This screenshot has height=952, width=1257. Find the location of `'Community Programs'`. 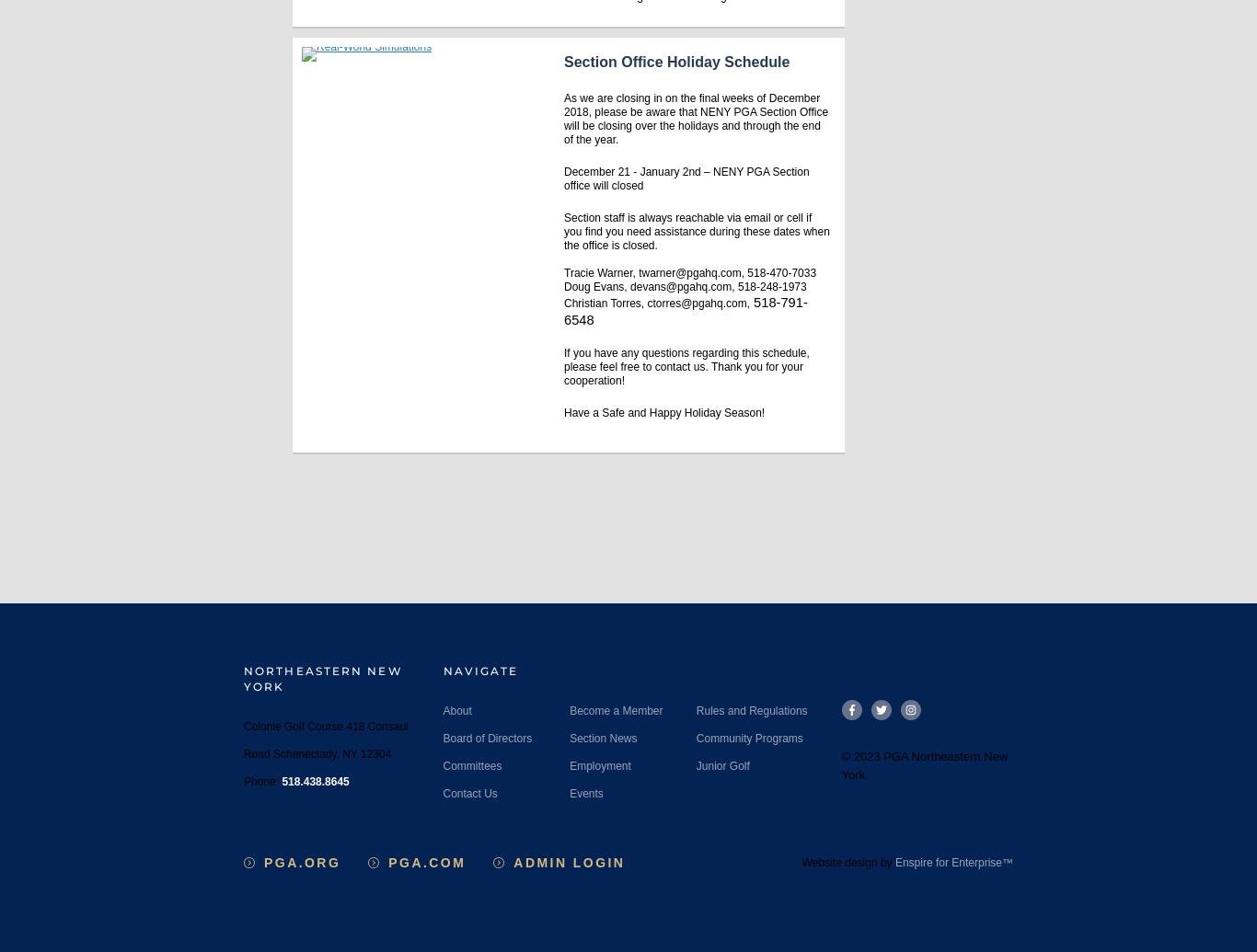

'Community Programs' is located at coordinates (695, 737).